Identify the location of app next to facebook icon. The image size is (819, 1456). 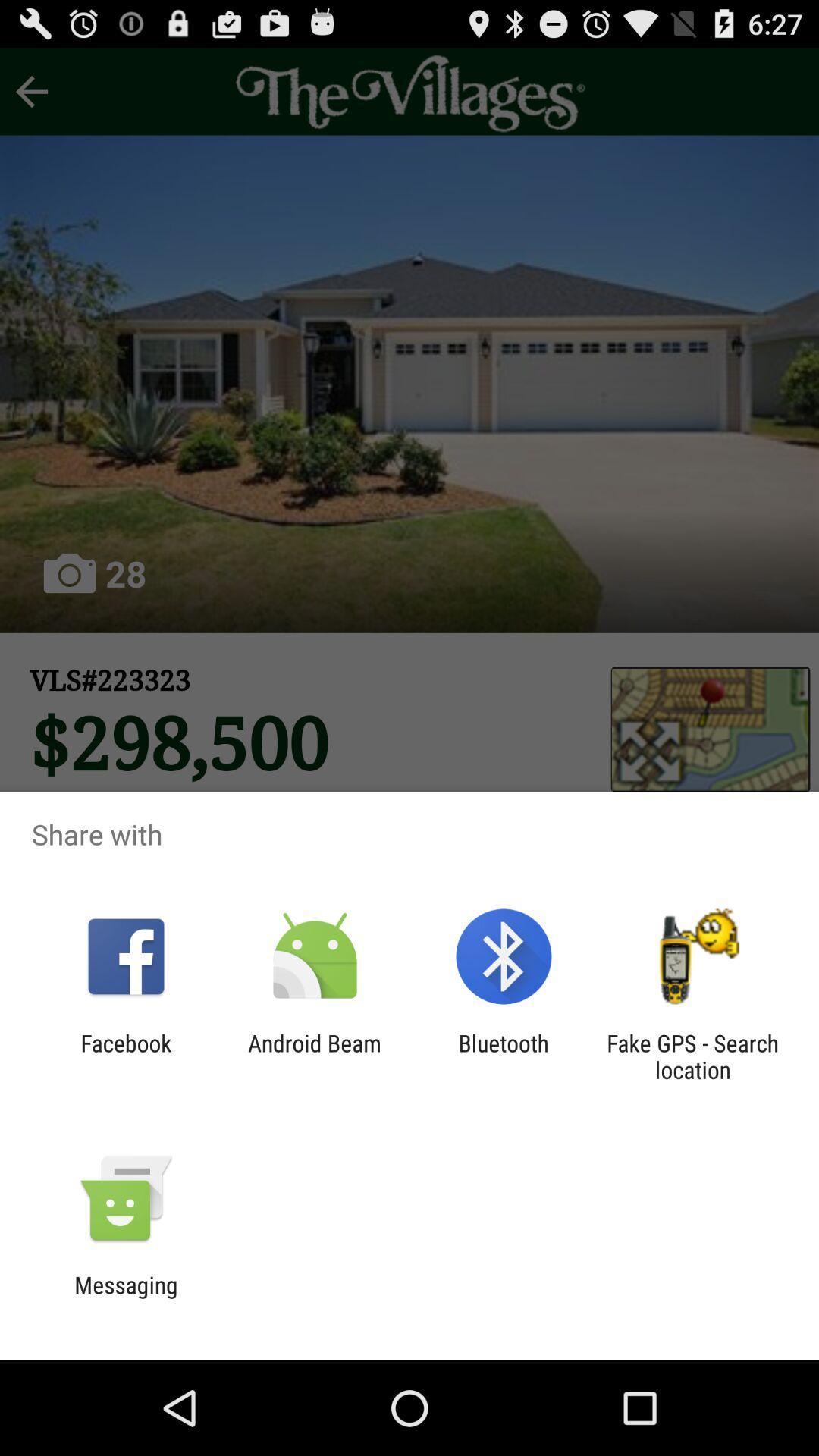
(314, 1056).